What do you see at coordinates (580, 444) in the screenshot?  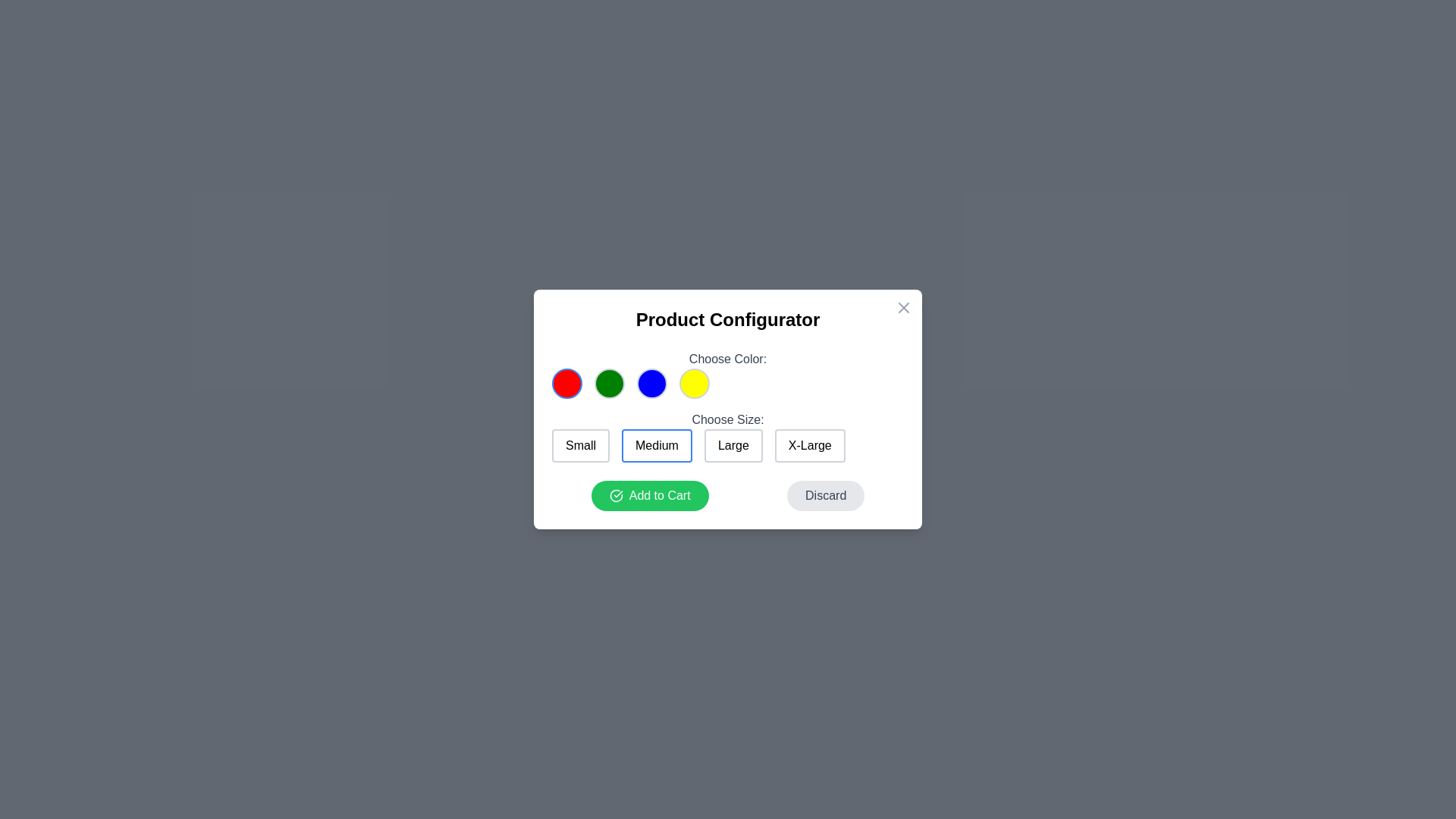 I see `the 'Small' size option button located in the 'Product Configurator' modal dialog` at bounding box center [580, 444].